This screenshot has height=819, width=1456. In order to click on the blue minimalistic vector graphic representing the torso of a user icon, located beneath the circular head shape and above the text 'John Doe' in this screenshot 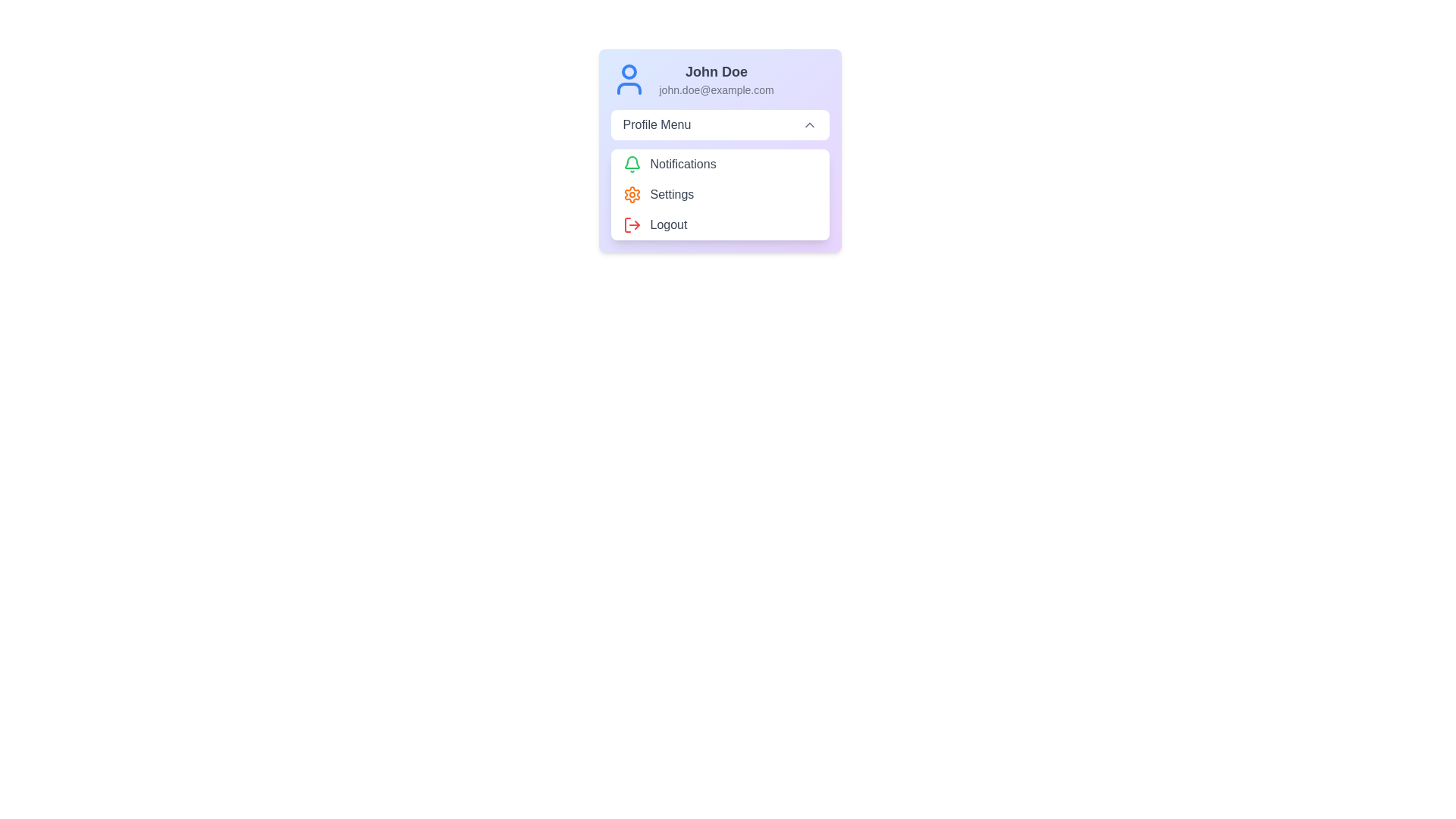, I will do `click(629, 88)`.